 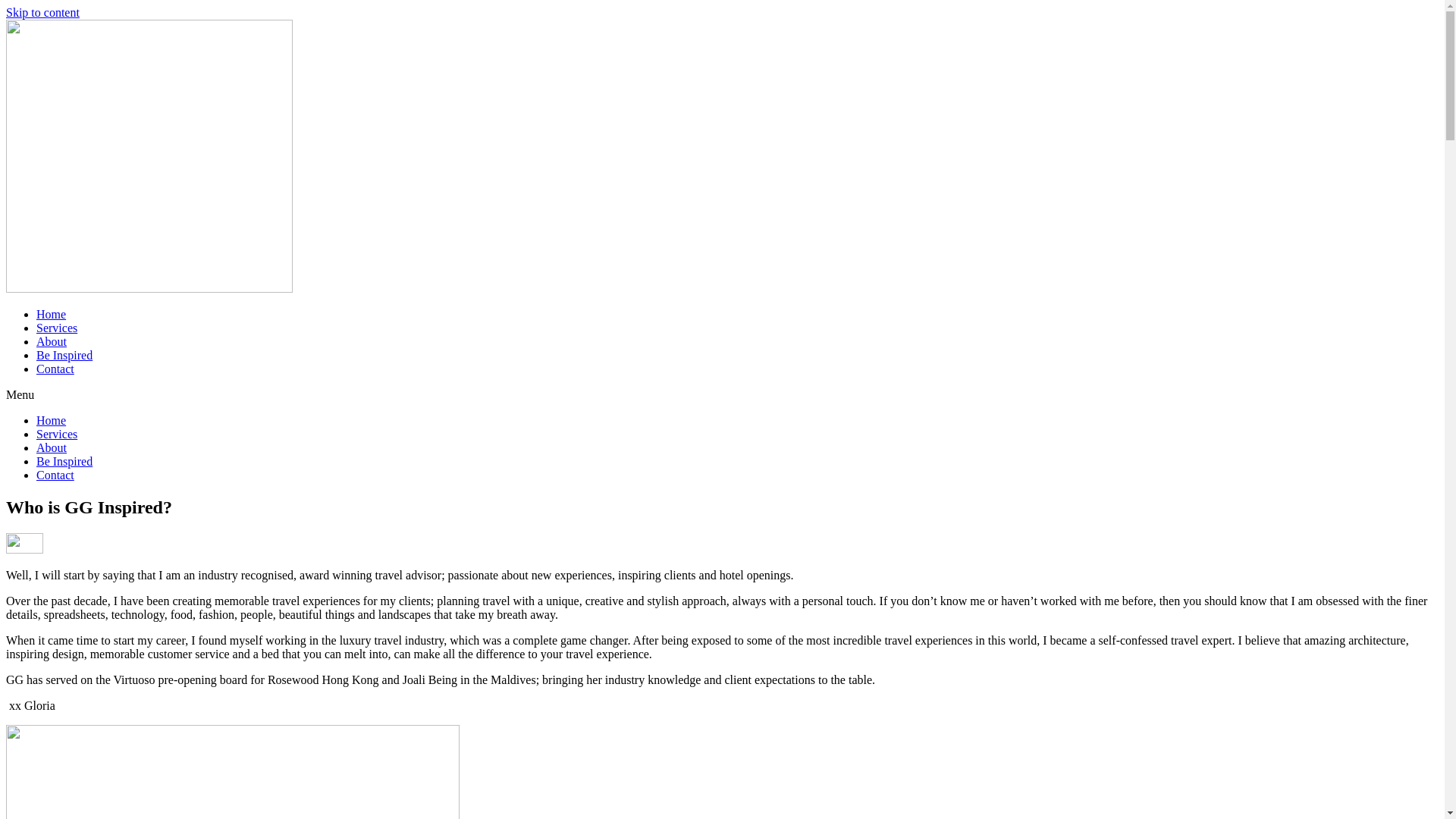 I want to click on 'Contact', so click(x=36, y=369).